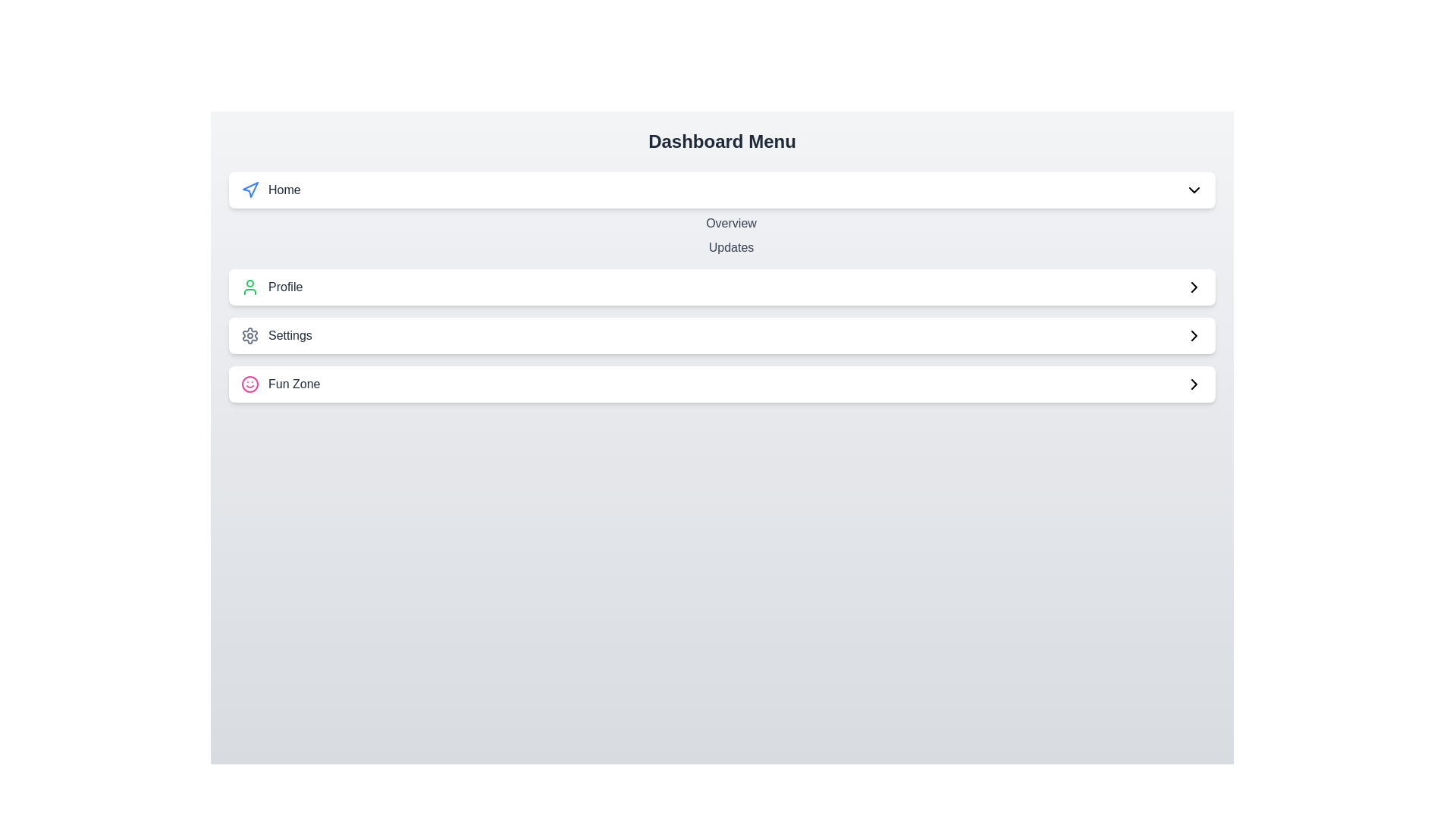  I want to click on the 'Profile' text label within the navigation menu, so click(271, 287).